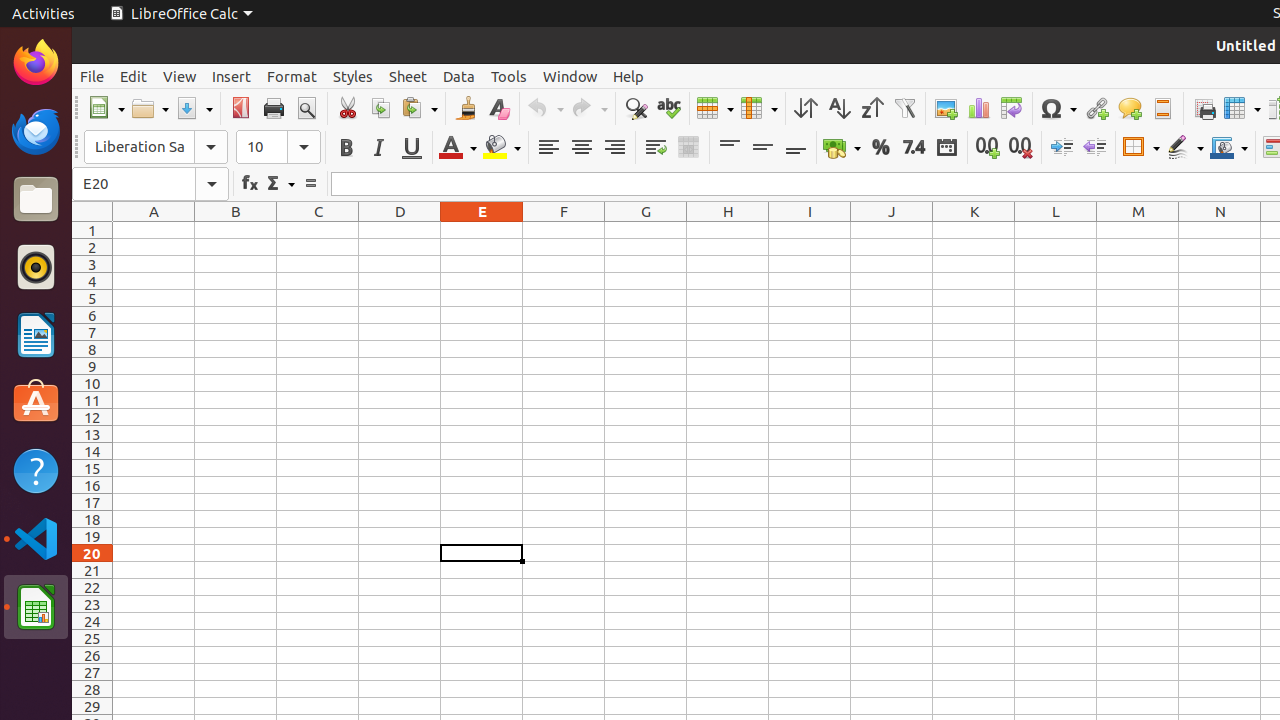 The image size is (1280, 720). What do you see at coordinates (1218, 229) in the screenshot?
I see `'N1'` at bounding box center [1218, 229].